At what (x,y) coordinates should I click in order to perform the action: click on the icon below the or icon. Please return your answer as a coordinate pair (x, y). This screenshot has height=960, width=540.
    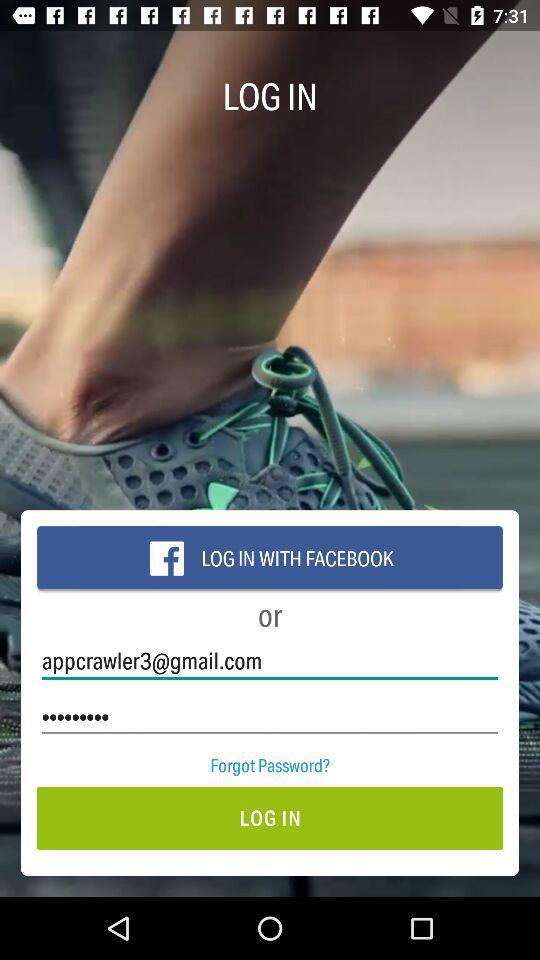
    Looking at the image, I should click on (270, 661).